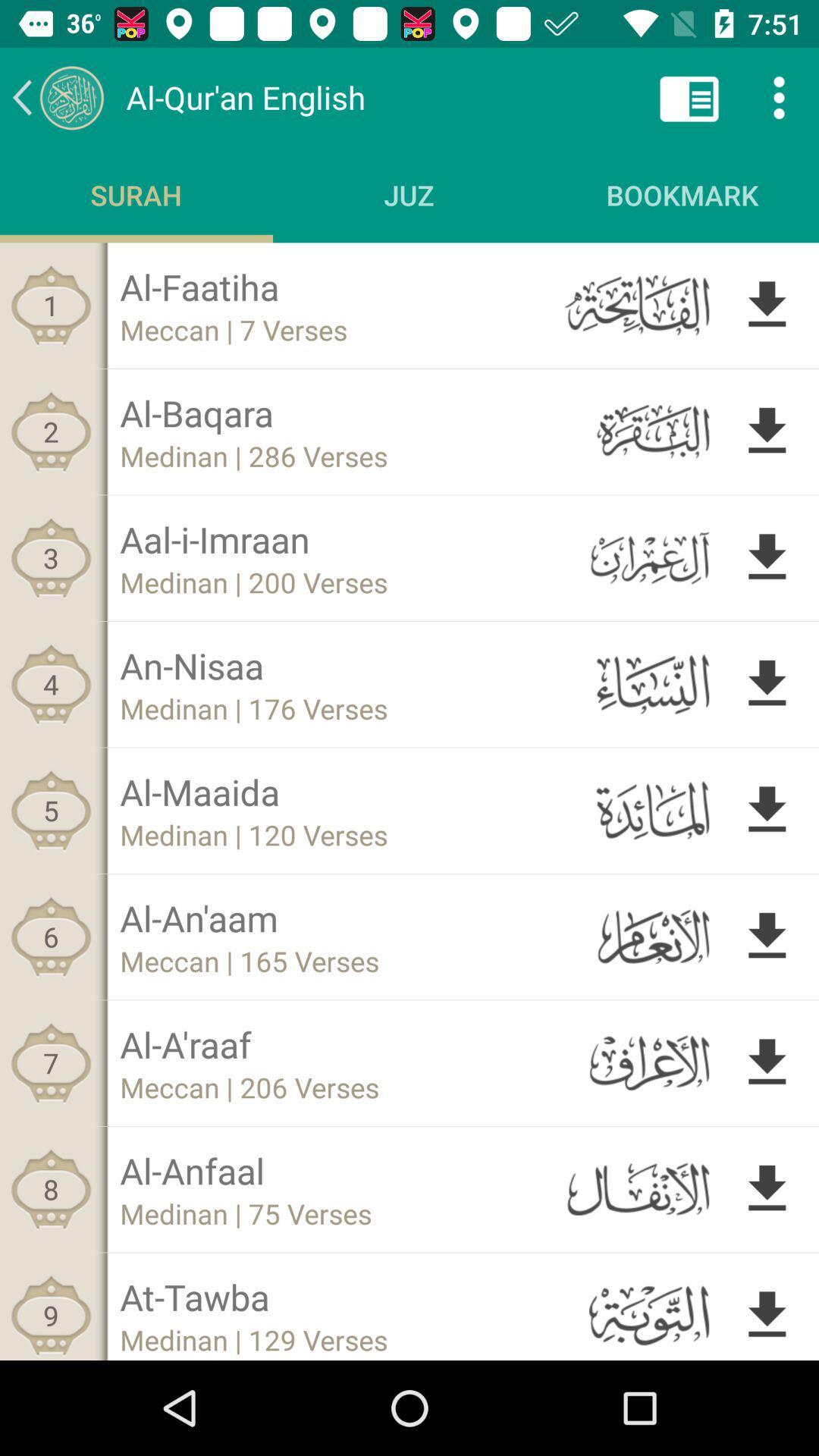 This screenshot has width=819, height=1456. Describe the element at coordinates (767, 1062) in the screenshot. I see `download option` at that location.